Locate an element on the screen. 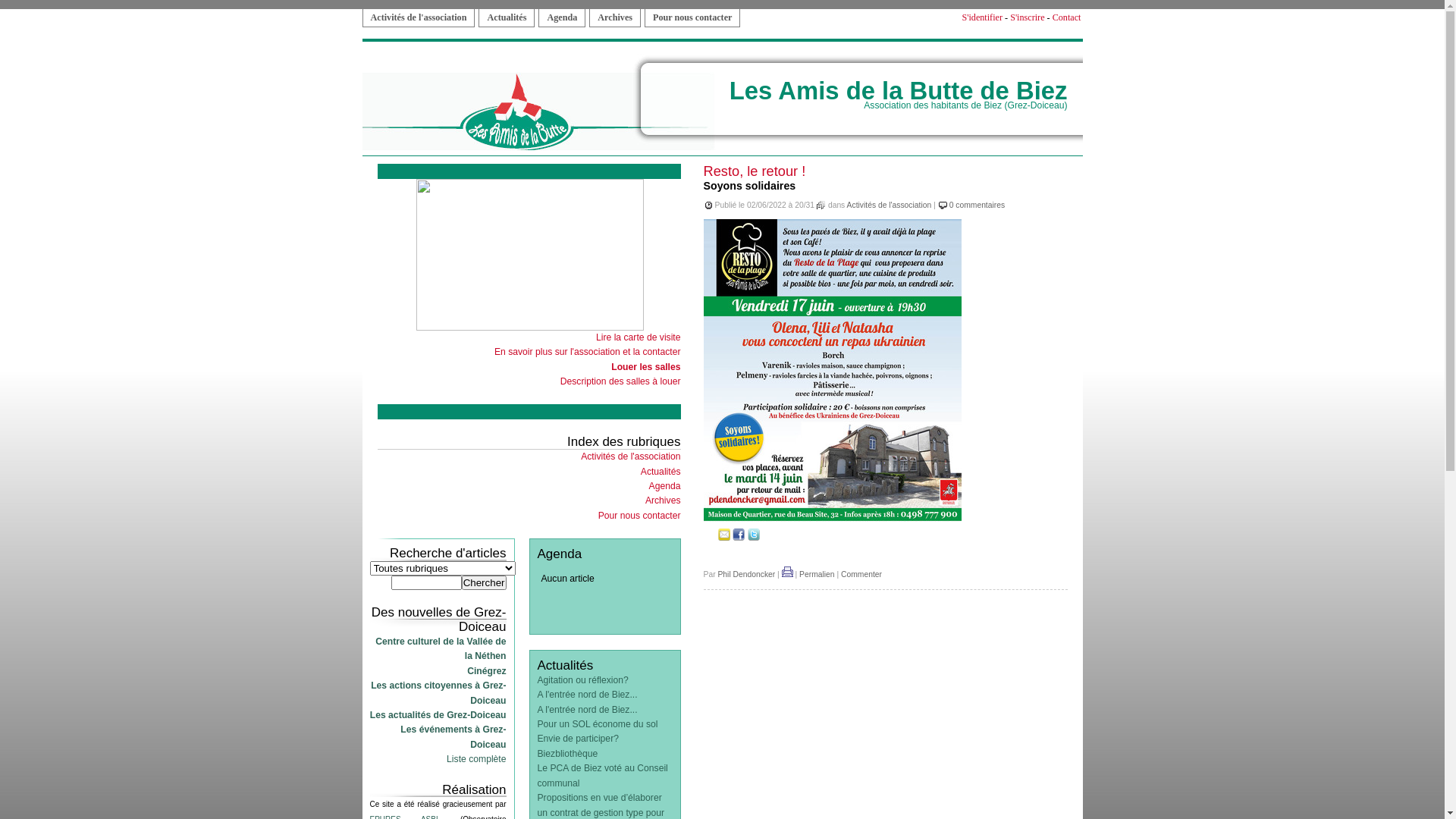  'Lire la carte de visite' is located at coordinates (595, 336).